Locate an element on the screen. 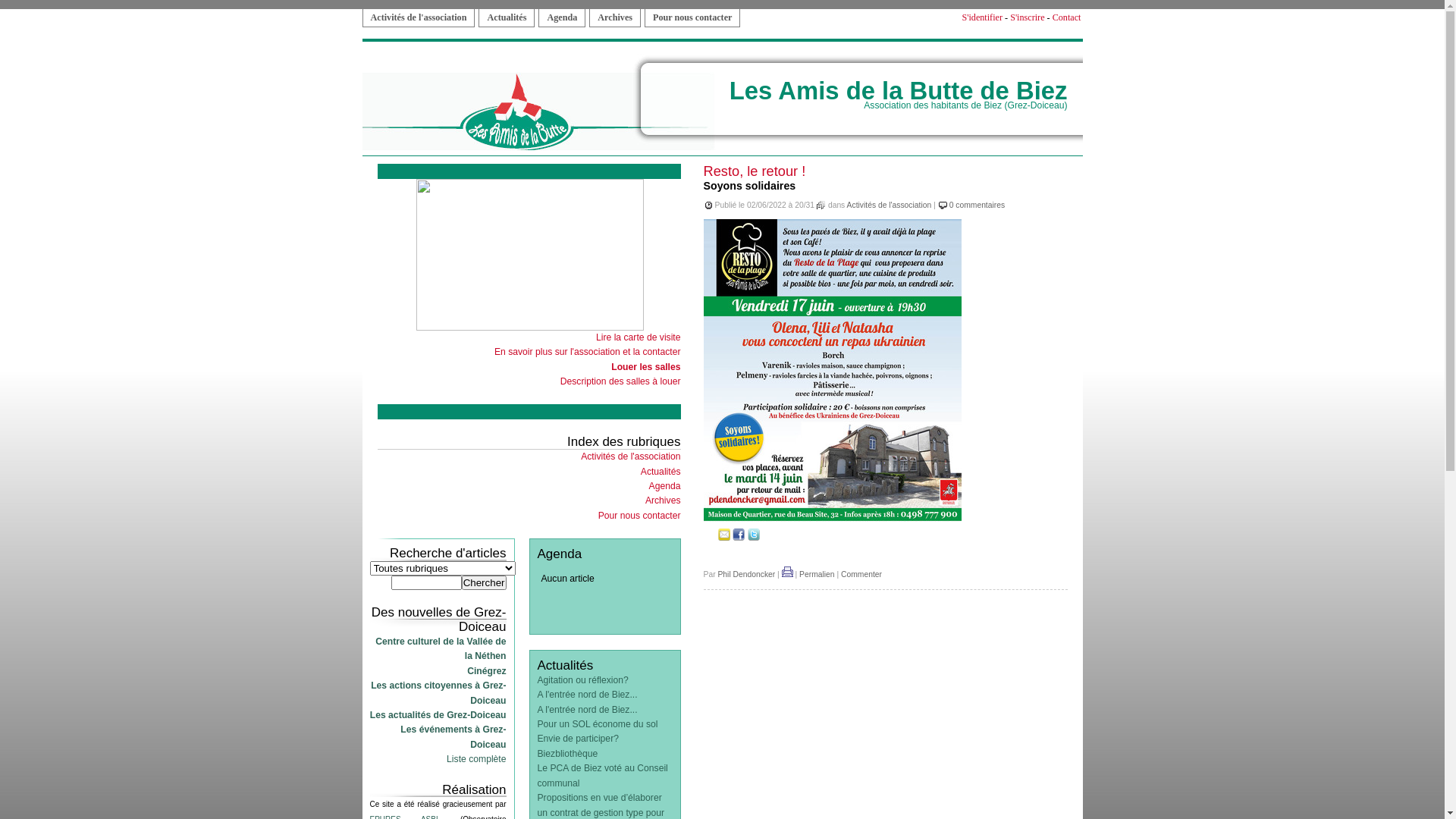  'Lire la carte de visite' is located at coordinates (595, 336).